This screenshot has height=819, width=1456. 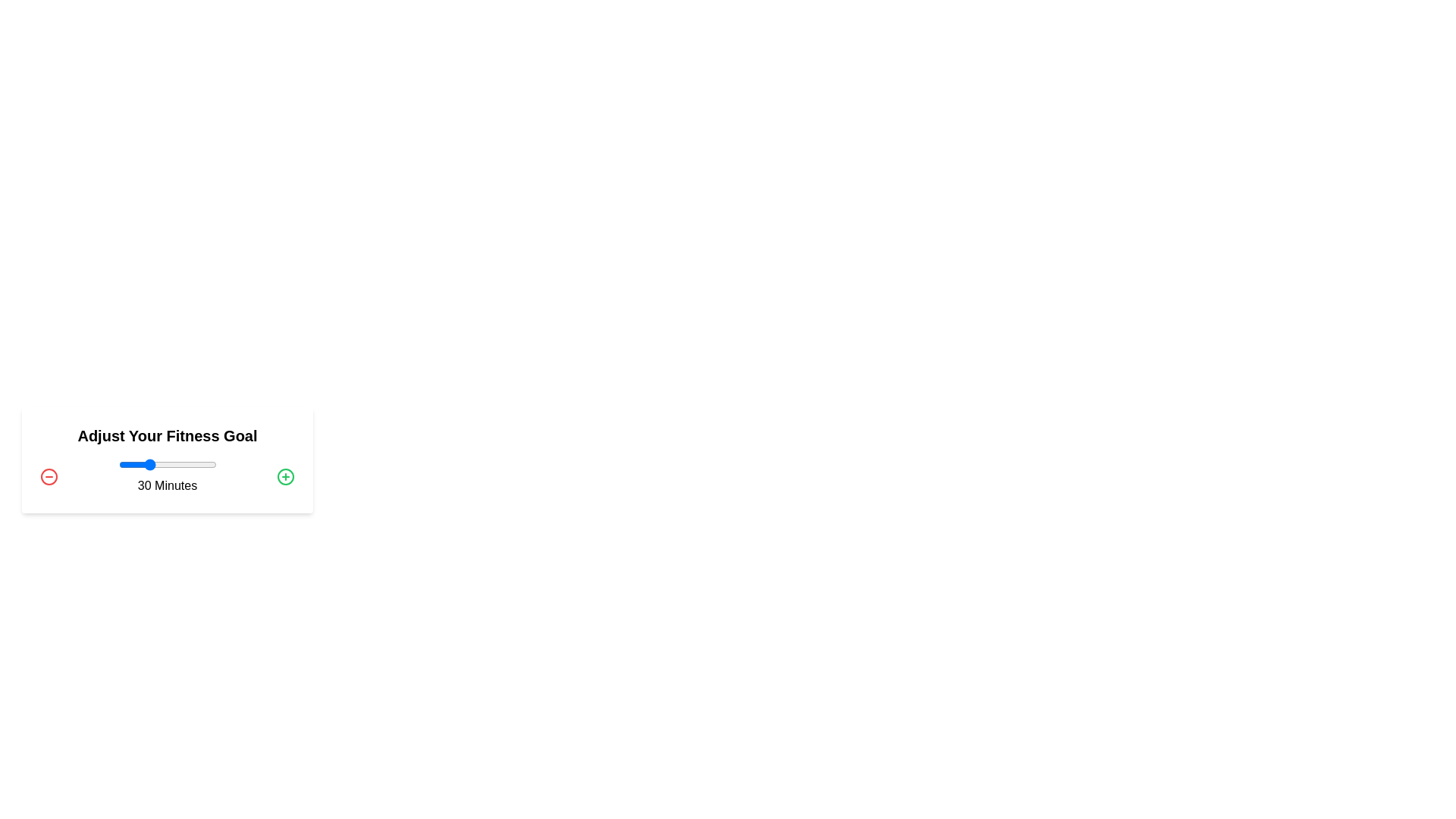 I want to click on fitness goal, so click(x=196, y=464).